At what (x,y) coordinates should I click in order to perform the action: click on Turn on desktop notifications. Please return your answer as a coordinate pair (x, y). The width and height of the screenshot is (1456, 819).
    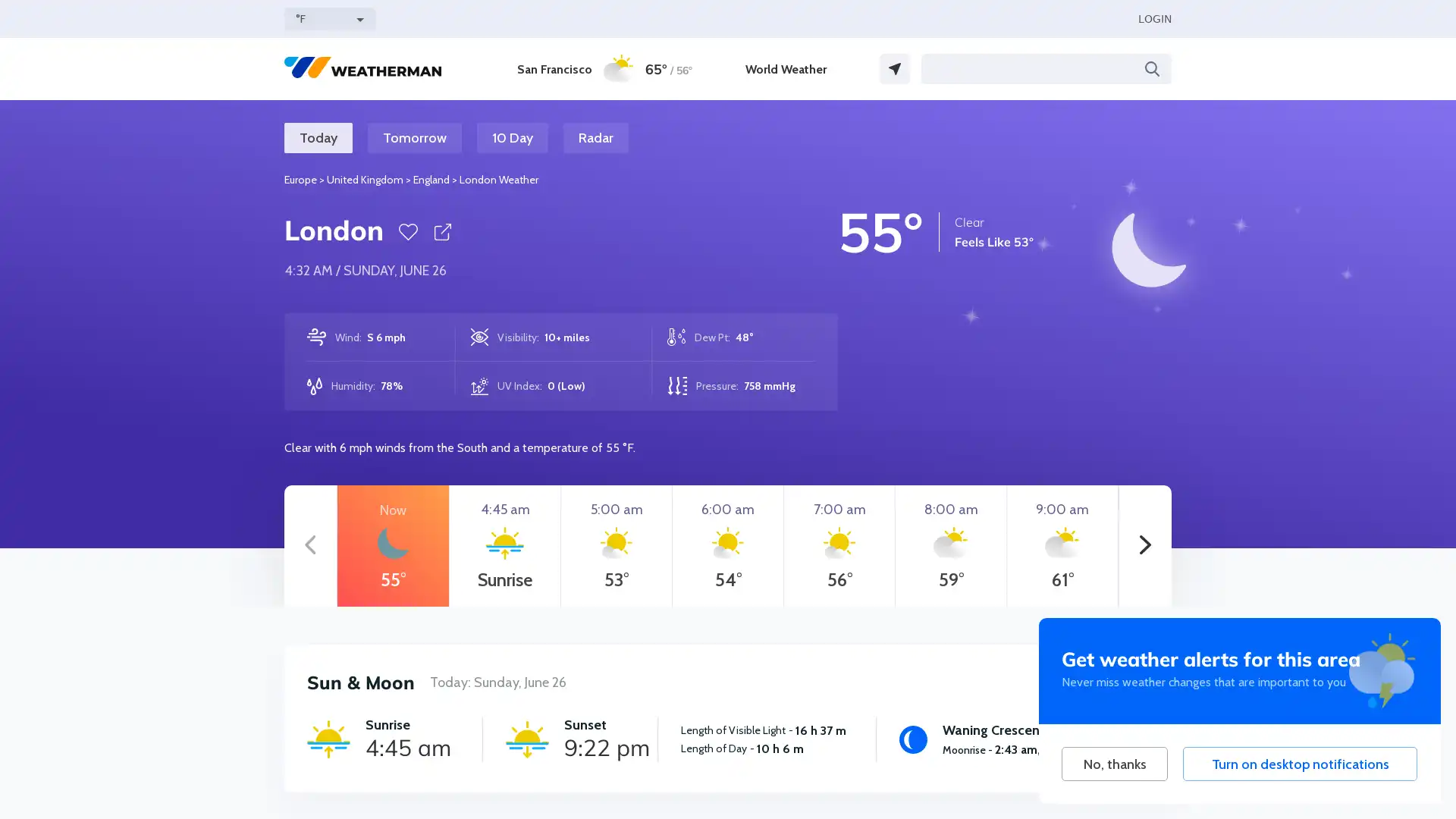
    Looking at the image, I should click on (1299, 764).